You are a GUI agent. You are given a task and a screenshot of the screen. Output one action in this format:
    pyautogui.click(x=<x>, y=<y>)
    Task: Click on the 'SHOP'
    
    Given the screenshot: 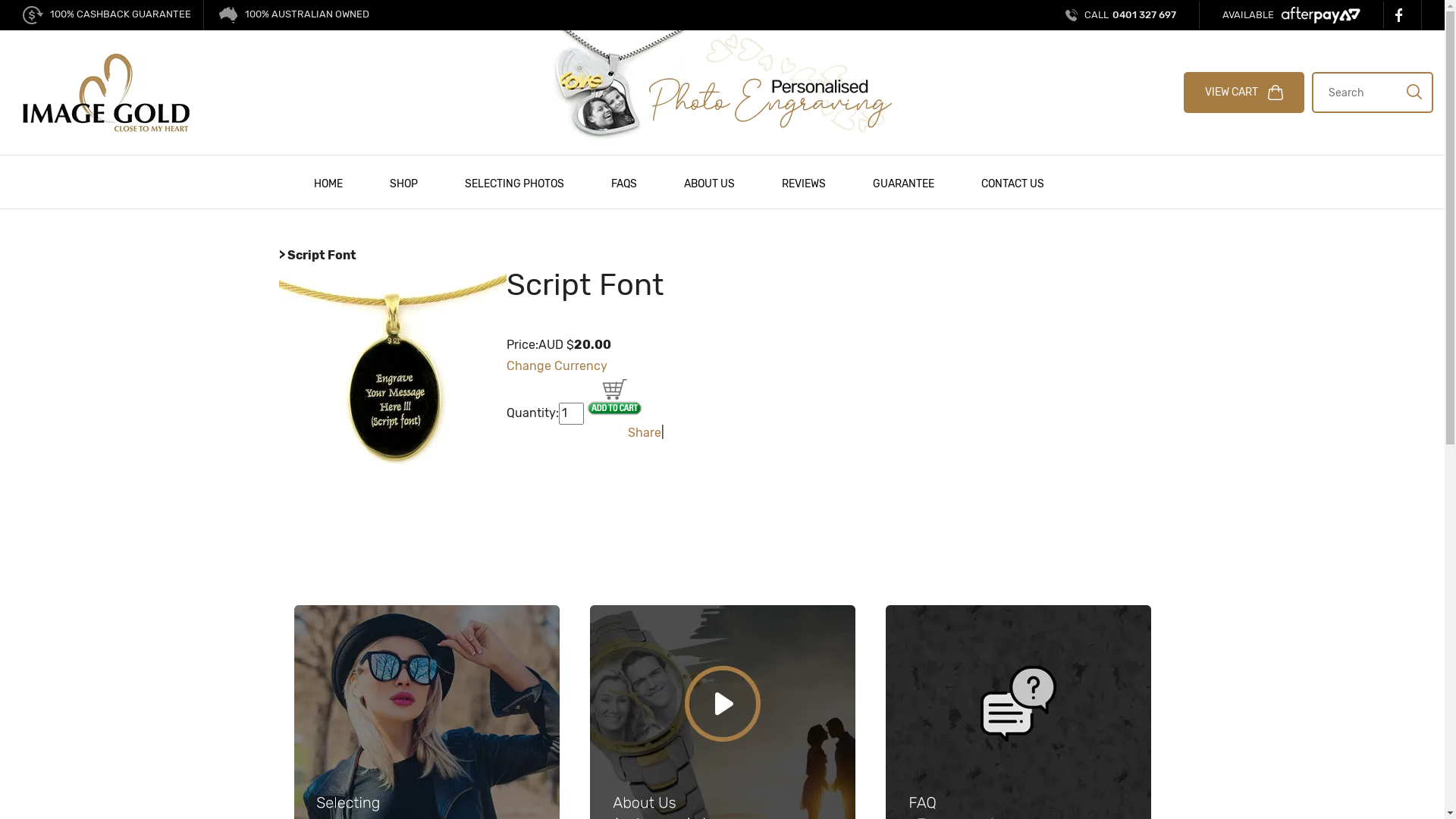 What is the action you would take?
    pyautogui.click(x=388, y=181)
    